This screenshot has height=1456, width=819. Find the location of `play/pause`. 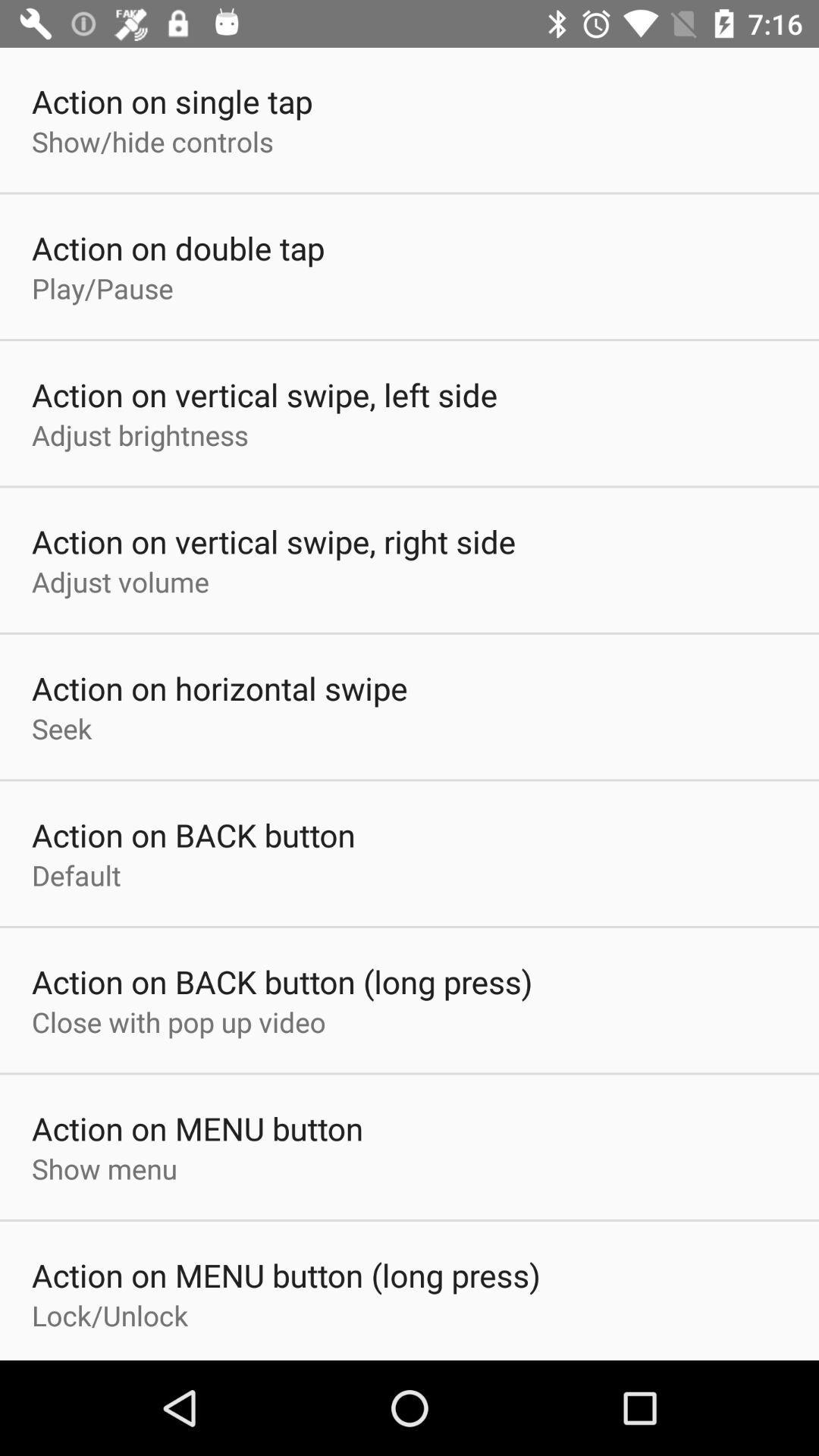

play/pause is located at coordinates (102, 288).